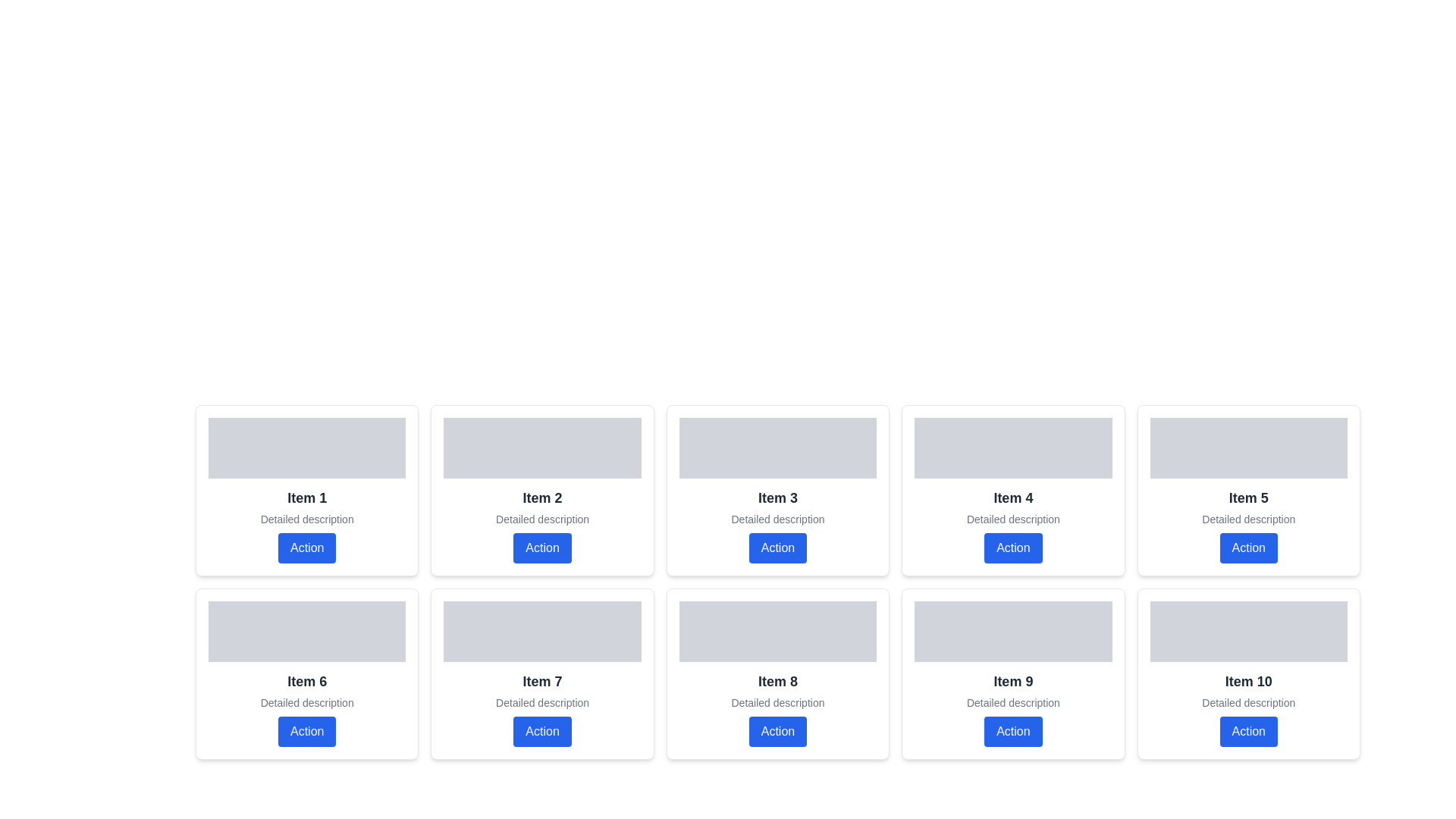  What do you see at coordinates (306, 548) in the screenshot?
I see `the blue button labeled 'Action' with white text, located at the bottom of the 'Item 1' card, beneath the 'Detailed description'` at bounding box center [306, 548].